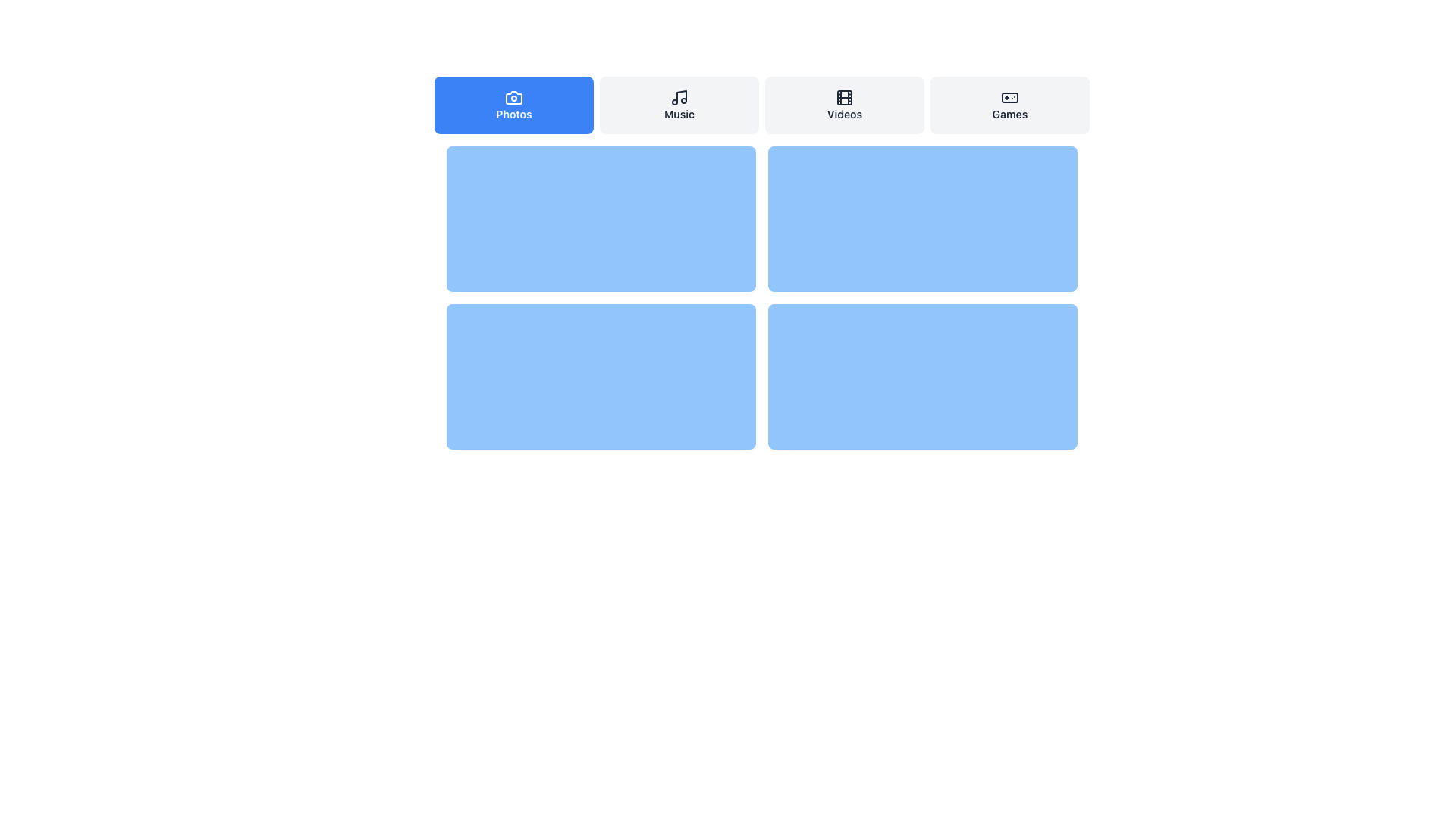  I want to click on camera icon within the blue 'Photos' button located in the top-left section of the navigation menu, so click(513, 97).